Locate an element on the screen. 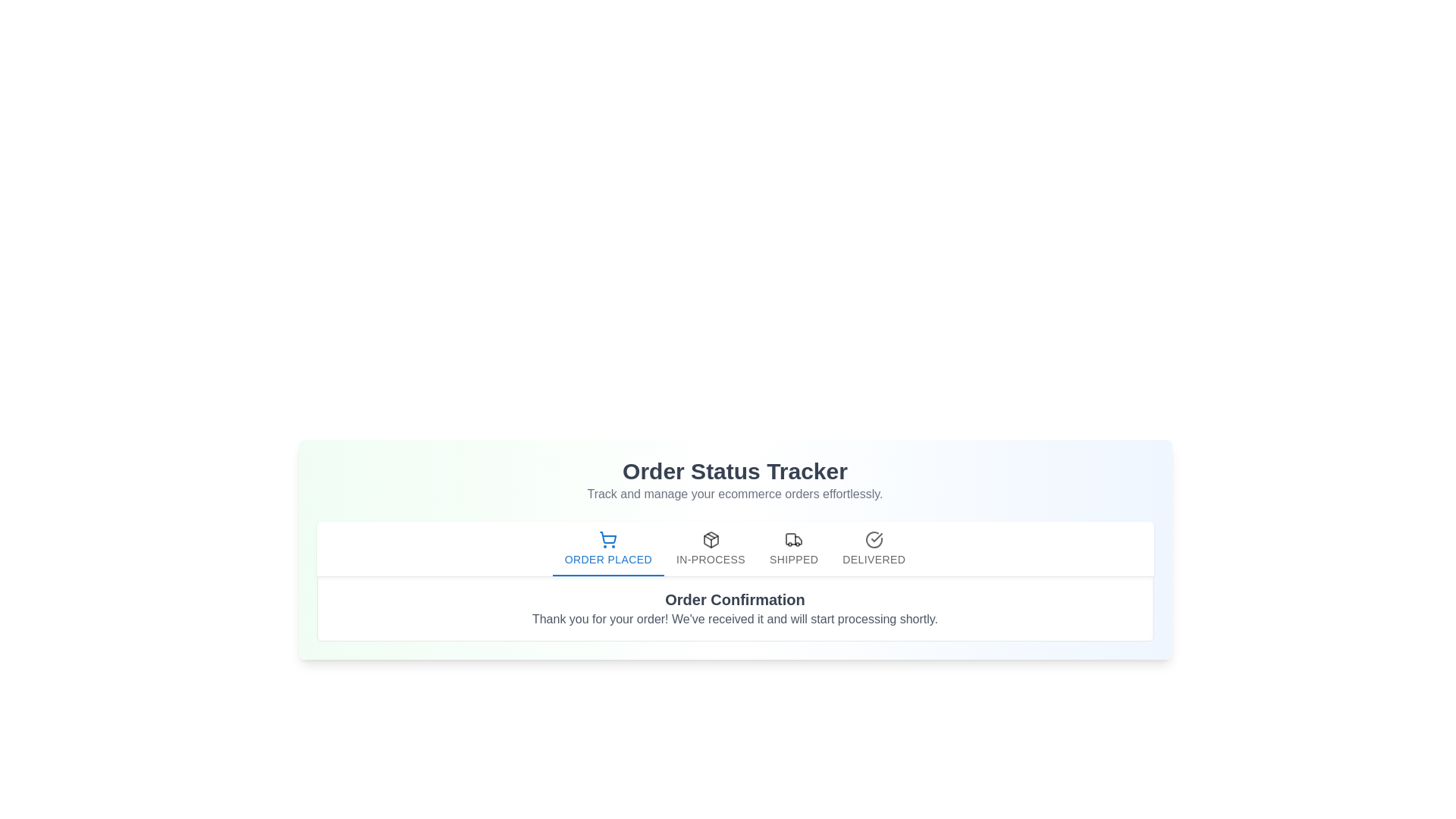  the large, bold text label reading 'Order Status Tracker', which is prominently displayed above the subtitle is located at coordinates (735, 470).